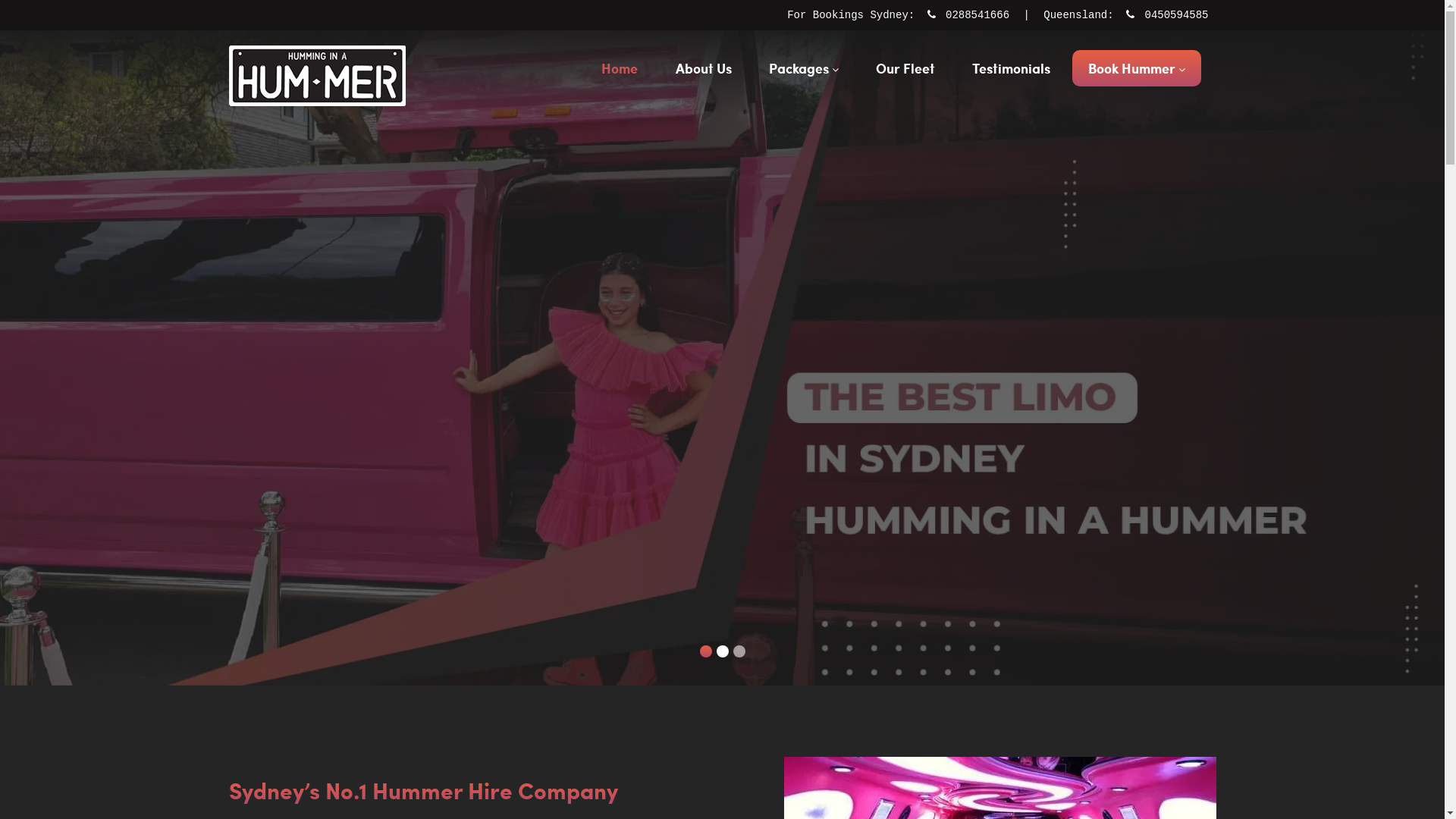 The height and width of the screenshot is (819, 1456). Describe the element at coordinates (619, 67) in the screenshot. I see `'Home'` at that location.